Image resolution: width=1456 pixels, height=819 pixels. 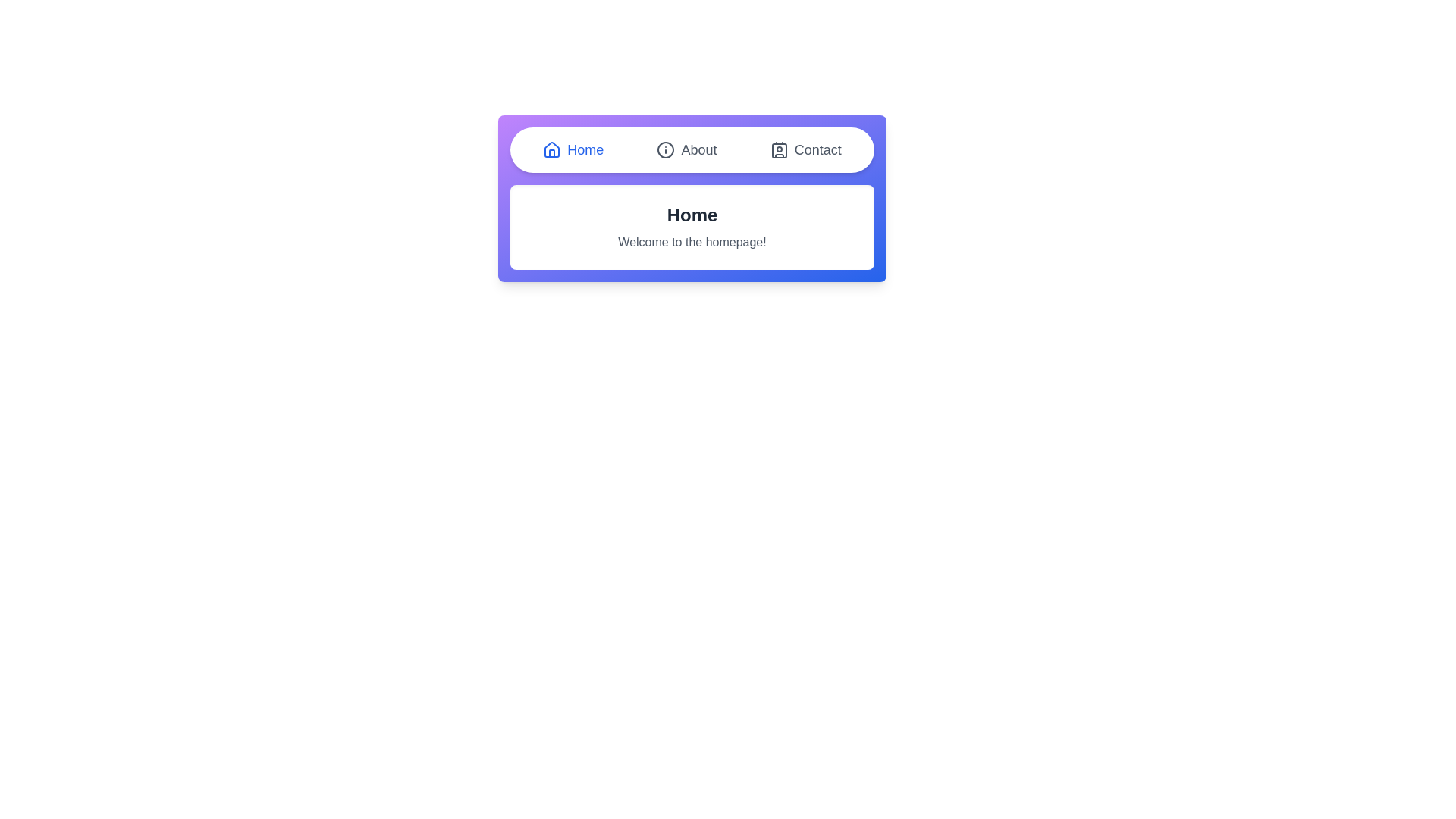 What do you see at coordinates (686, 149) in the screenshot?
I see `the About tab to switch content` at bounding box center [686, 149].